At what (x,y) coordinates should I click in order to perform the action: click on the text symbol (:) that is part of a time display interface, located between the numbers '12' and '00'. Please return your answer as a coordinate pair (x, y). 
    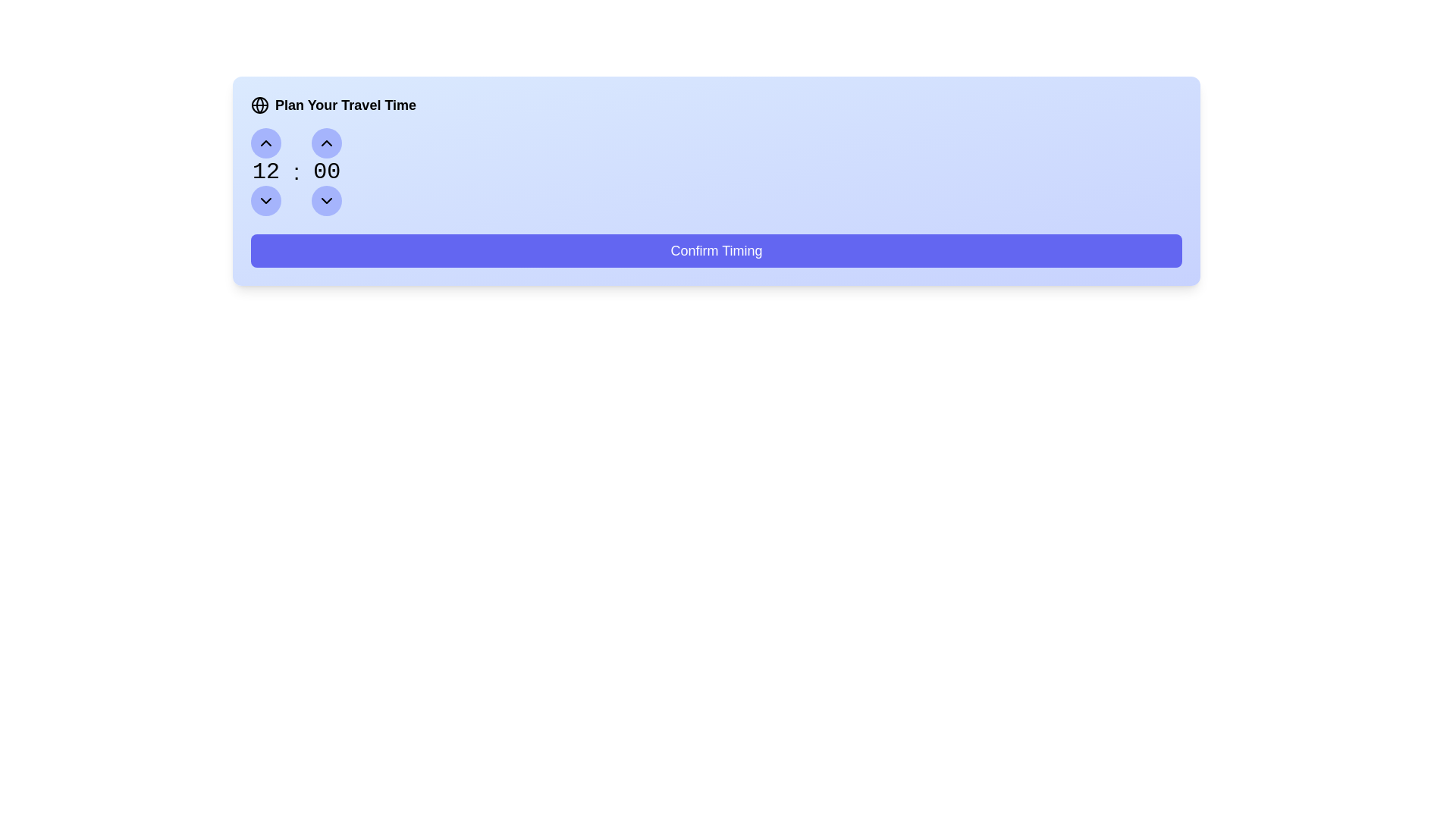
    Looking at the image, I should click on (297, 171).